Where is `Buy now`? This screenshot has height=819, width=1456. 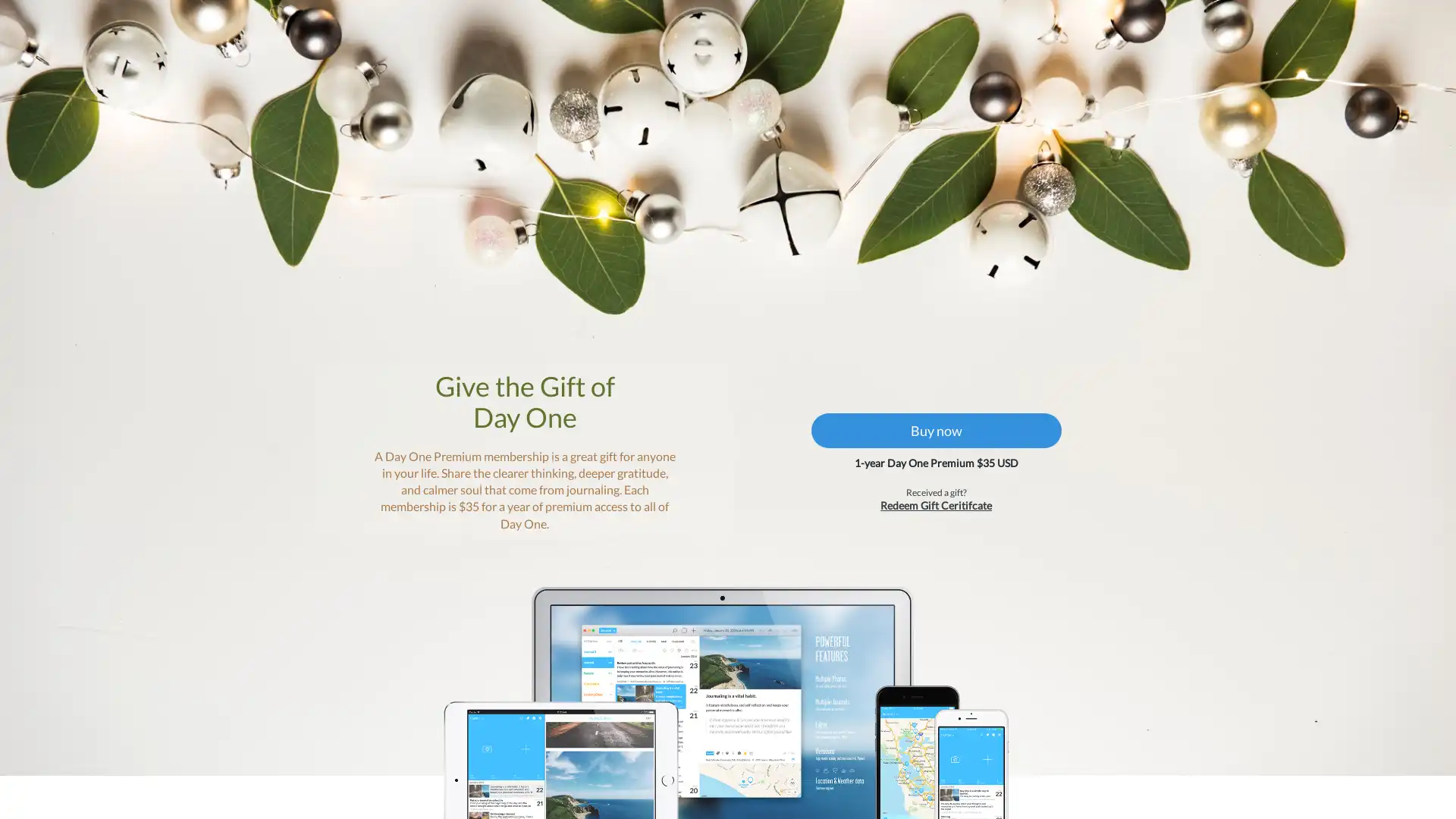 Buy now is located at coordinates (921, 472).